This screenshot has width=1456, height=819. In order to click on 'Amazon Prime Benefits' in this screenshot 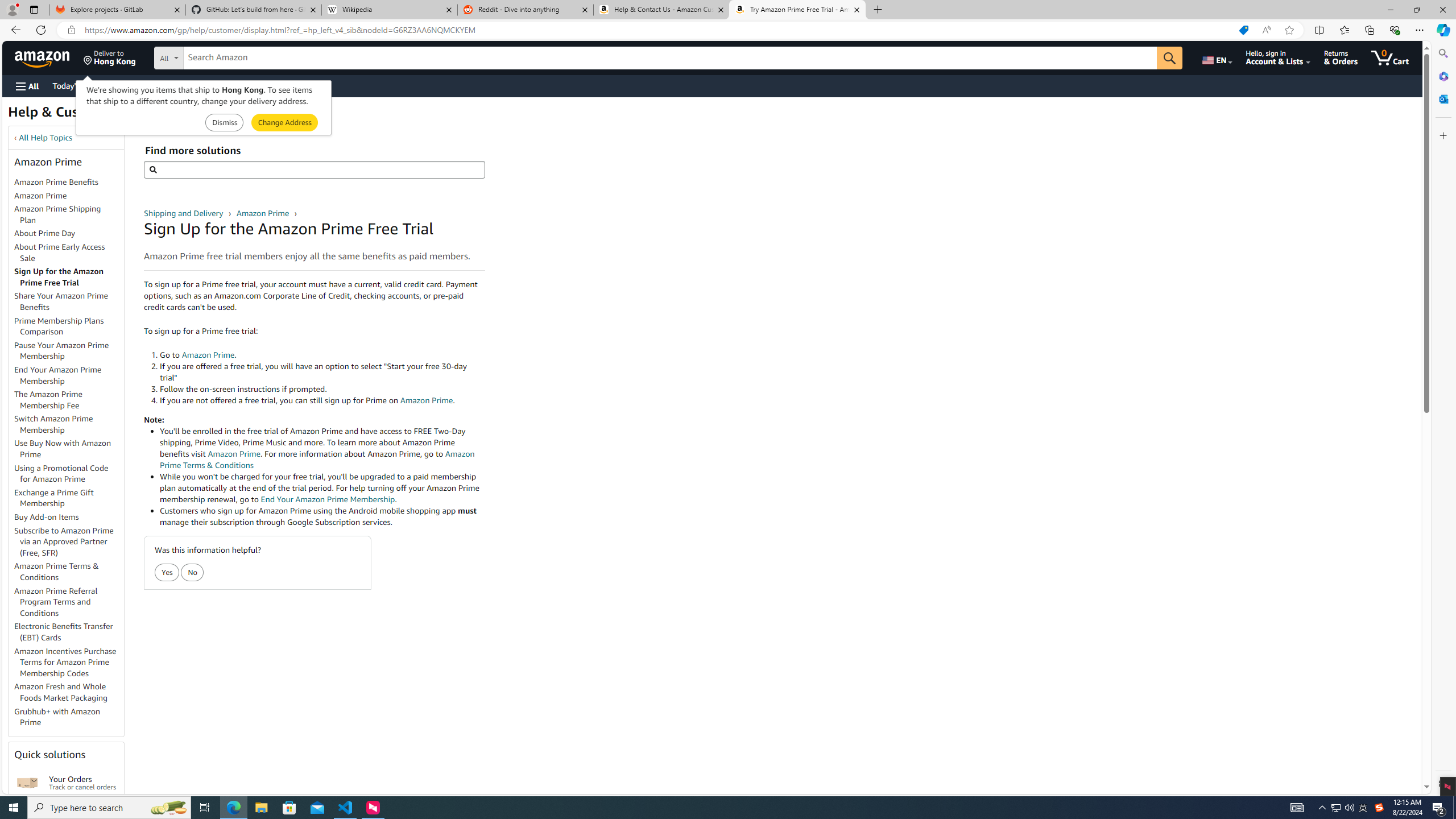, I will do `click(56, 181)`.